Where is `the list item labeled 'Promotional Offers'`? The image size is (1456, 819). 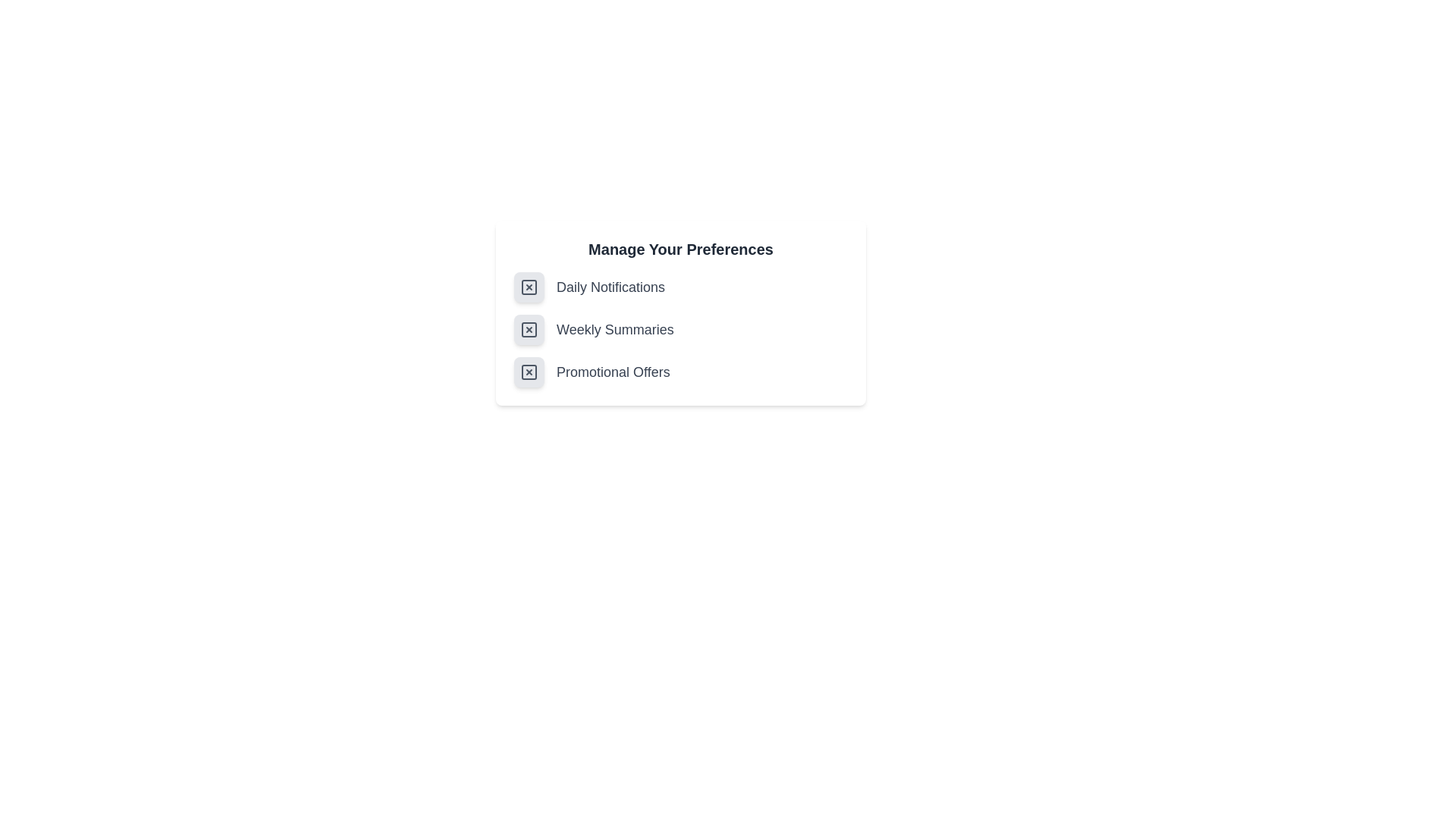
the list item labeled 'Promotional Offers' is located at coordinates (679, 372).